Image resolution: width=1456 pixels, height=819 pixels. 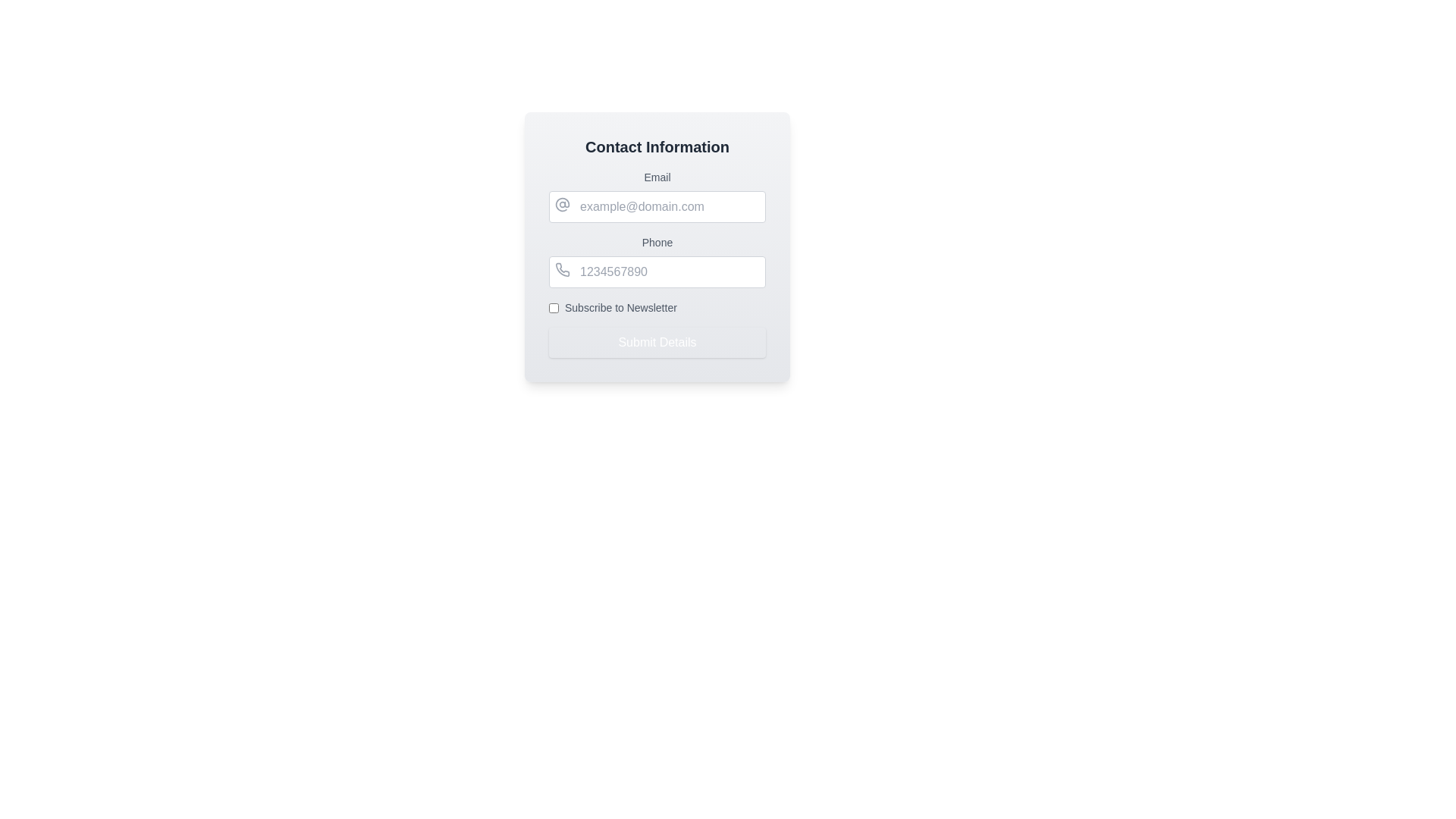 I want to click on the phone number input field located in the center of the layout, beneath the Email input field and above the Subscribe to Newsletter checkbox, to focus the input box, so click(x=657, y=260).